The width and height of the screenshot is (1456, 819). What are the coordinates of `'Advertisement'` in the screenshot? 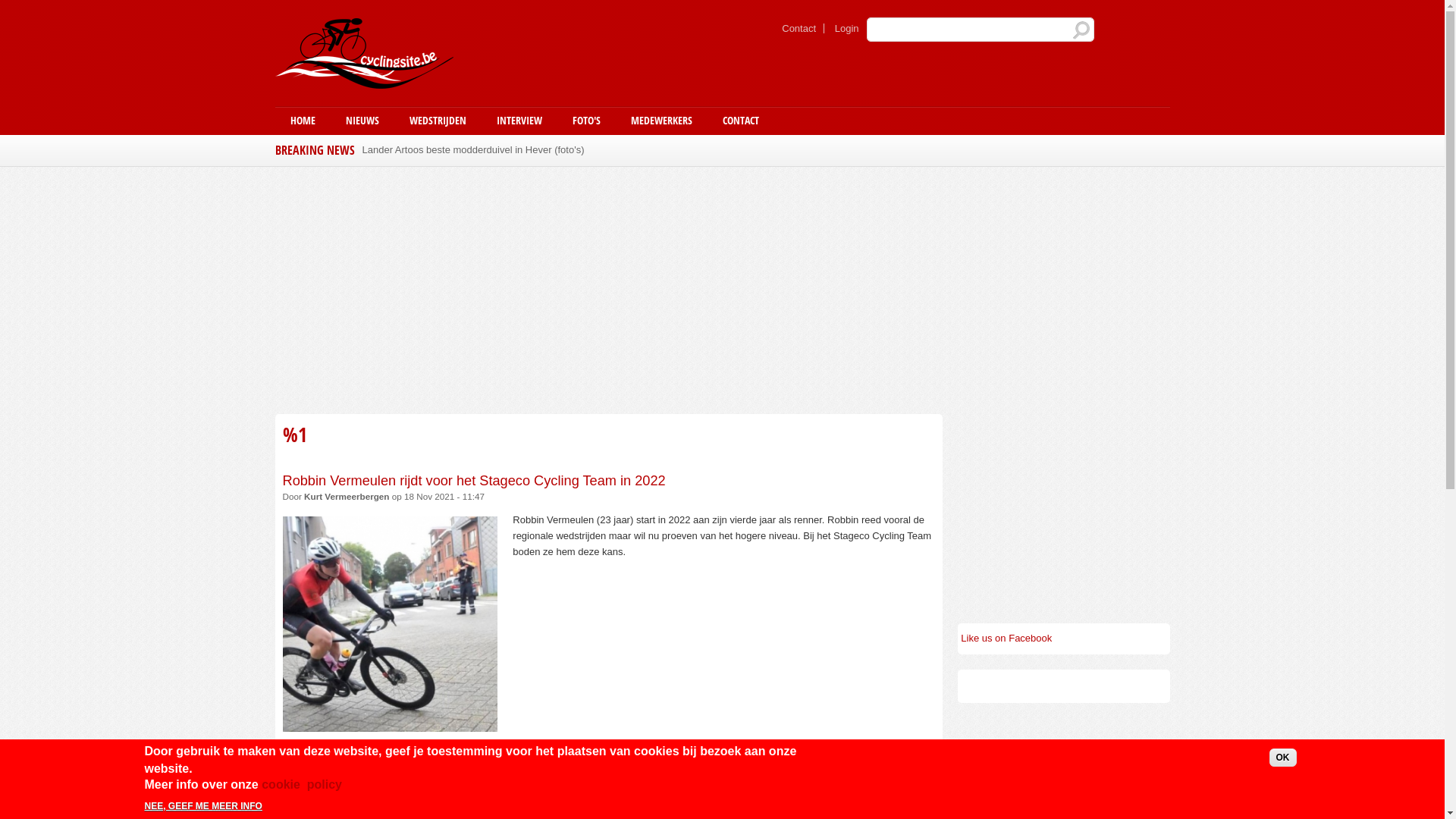 It's located at (1062, 509).